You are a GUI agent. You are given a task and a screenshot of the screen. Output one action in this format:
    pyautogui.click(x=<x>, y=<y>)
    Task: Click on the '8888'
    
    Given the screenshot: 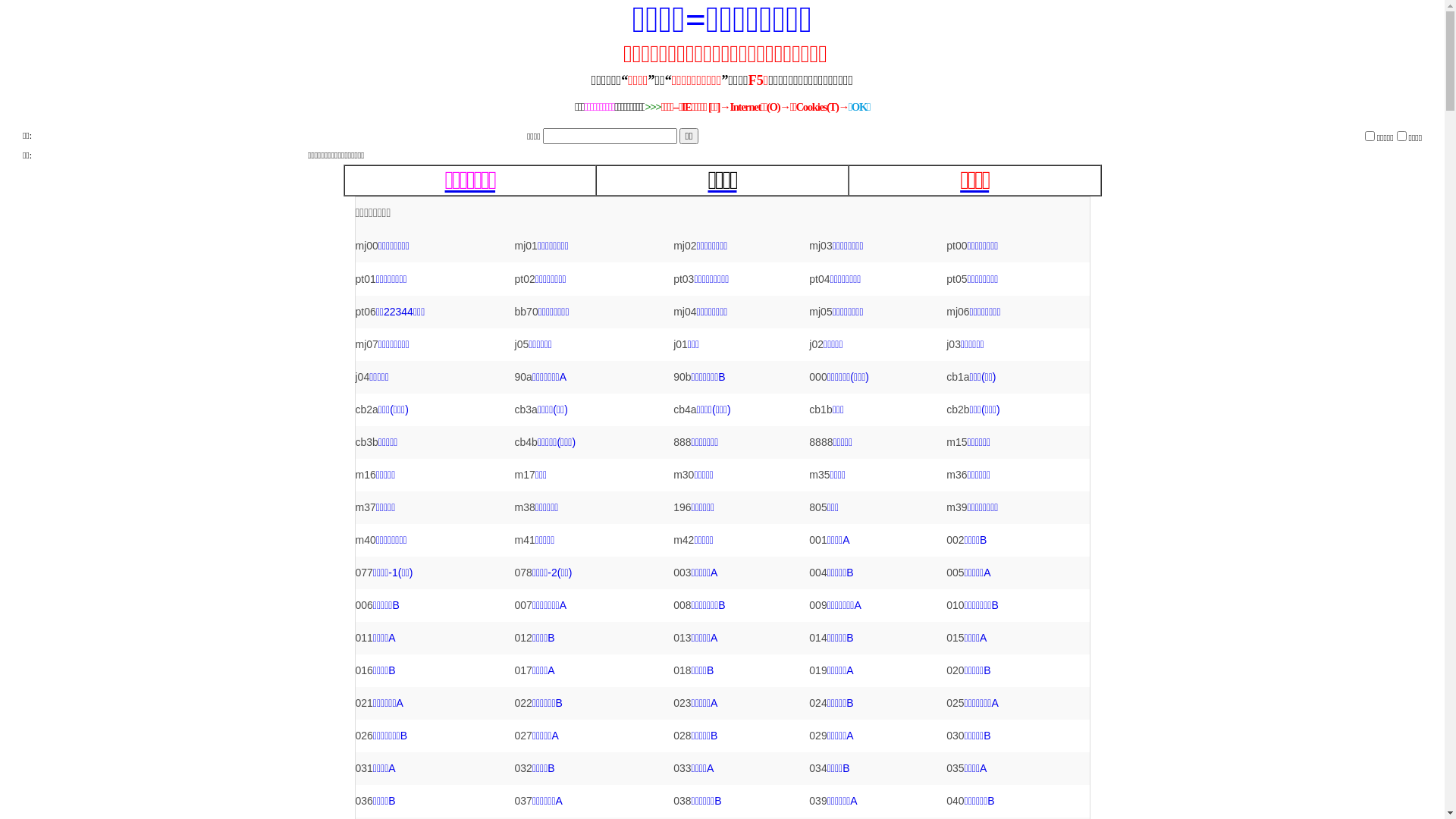 What is the action you would take?
    pyautogui.click(x=808, y=441)
    